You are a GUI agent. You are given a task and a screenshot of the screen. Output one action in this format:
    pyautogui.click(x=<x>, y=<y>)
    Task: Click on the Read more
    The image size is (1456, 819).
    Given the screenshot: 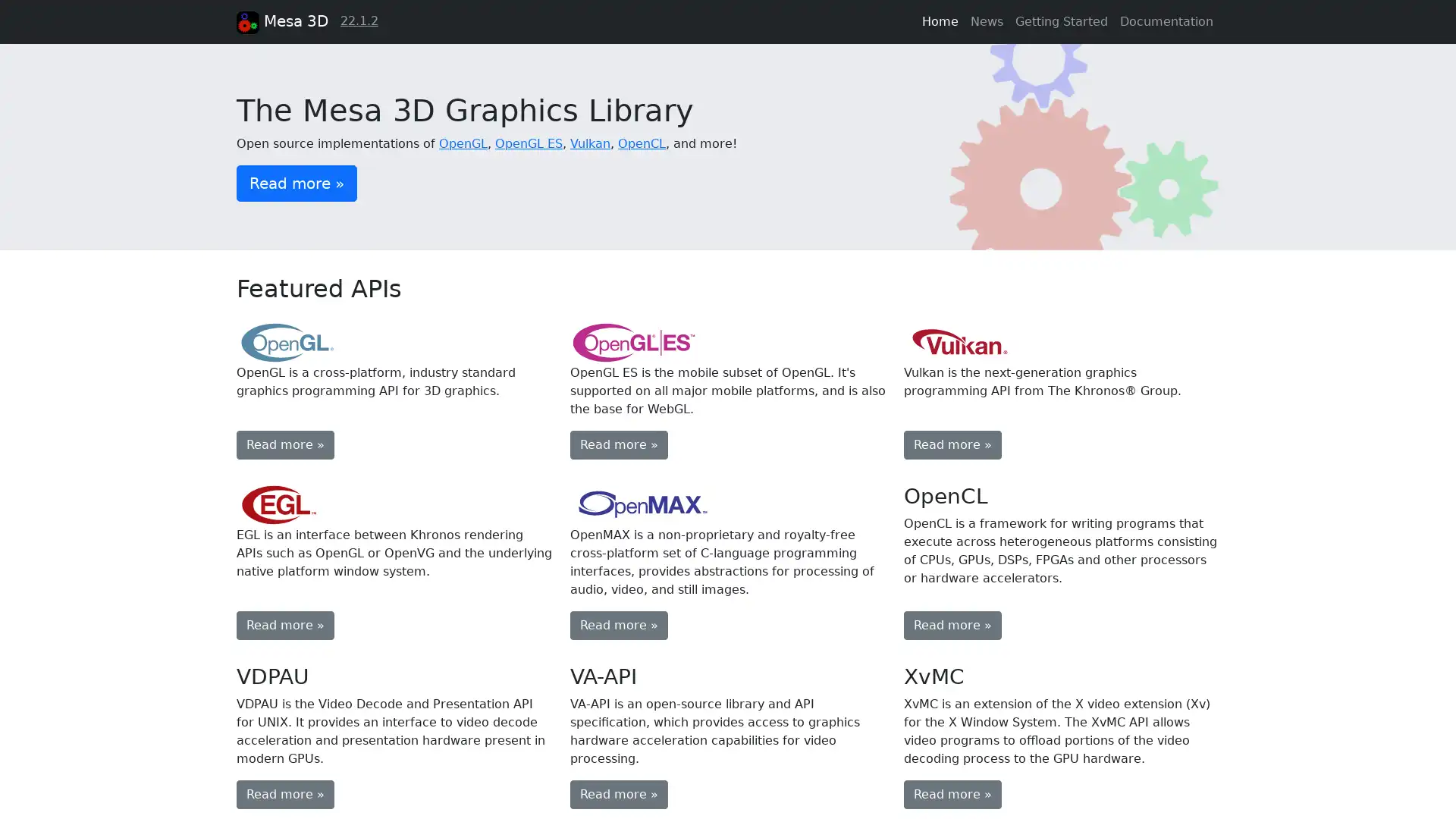 What is the action you would take?
    pyautogui.click(x=297, y=181)
    